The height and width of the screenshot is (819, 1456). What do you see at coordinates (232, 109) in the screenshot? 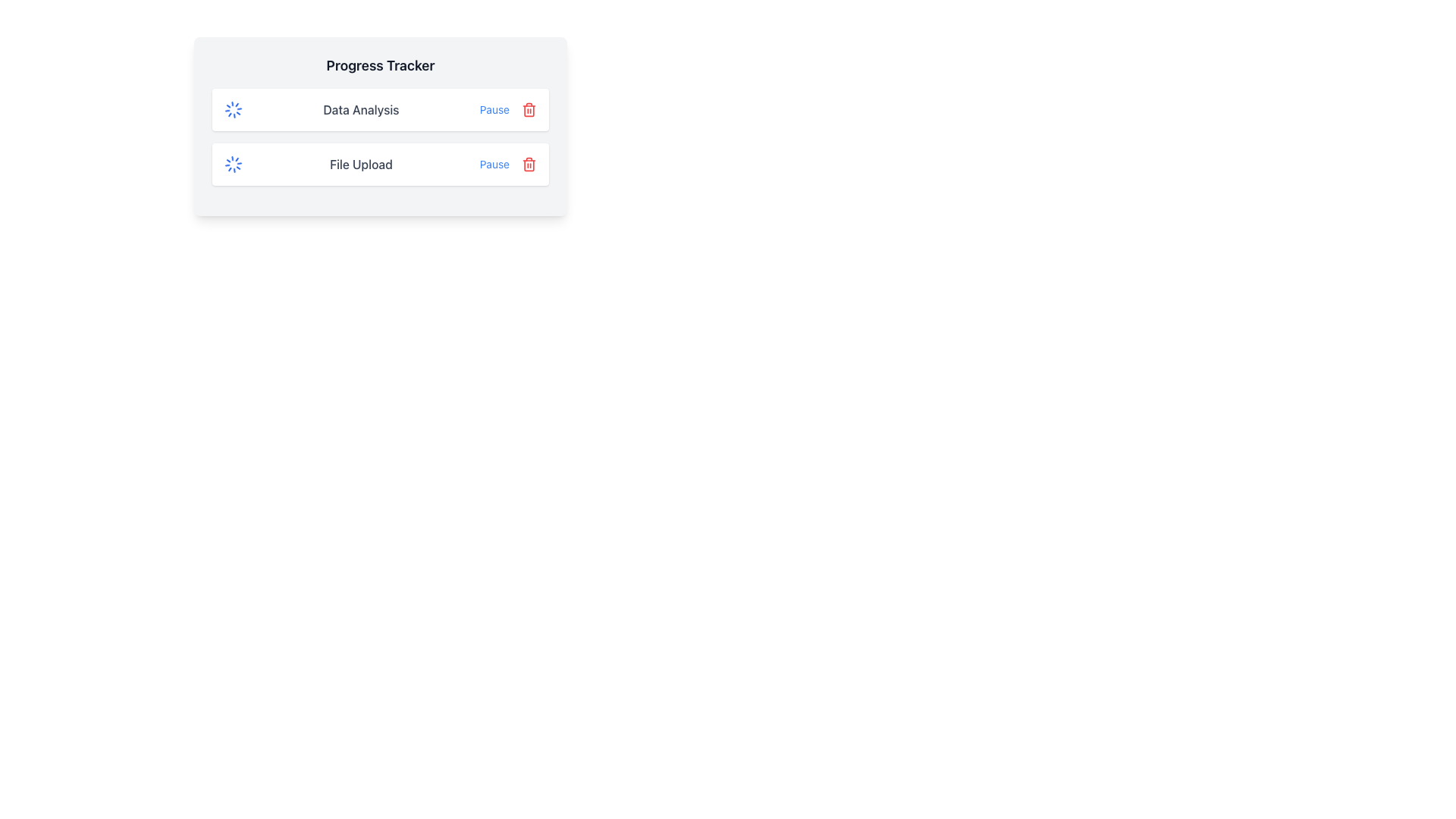
I see `the Animated Spinner Icon indicating that the 'Data Analysis' task is in progress, located on the first row to the far left of the text label 'Data Analysis'` at bounding box center [232, 109].